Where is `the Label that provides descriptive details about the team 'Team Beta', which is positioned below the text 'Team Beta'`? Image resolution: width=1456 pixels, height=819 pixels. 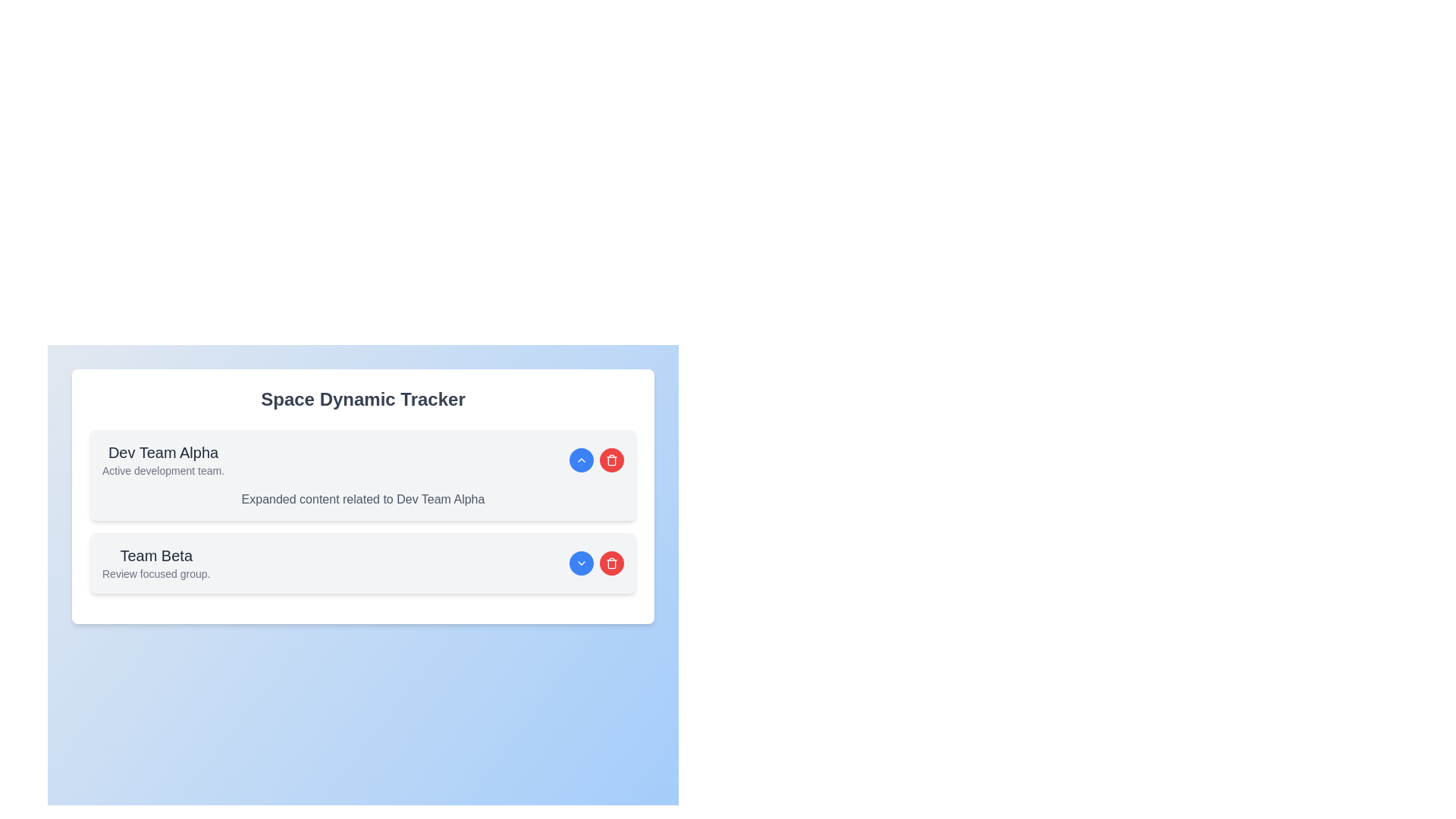
the Label that provides descriptive details about the team 'Team Beta', which is positioned below the text 'Team Beta' is located at coordinates (156, 573).